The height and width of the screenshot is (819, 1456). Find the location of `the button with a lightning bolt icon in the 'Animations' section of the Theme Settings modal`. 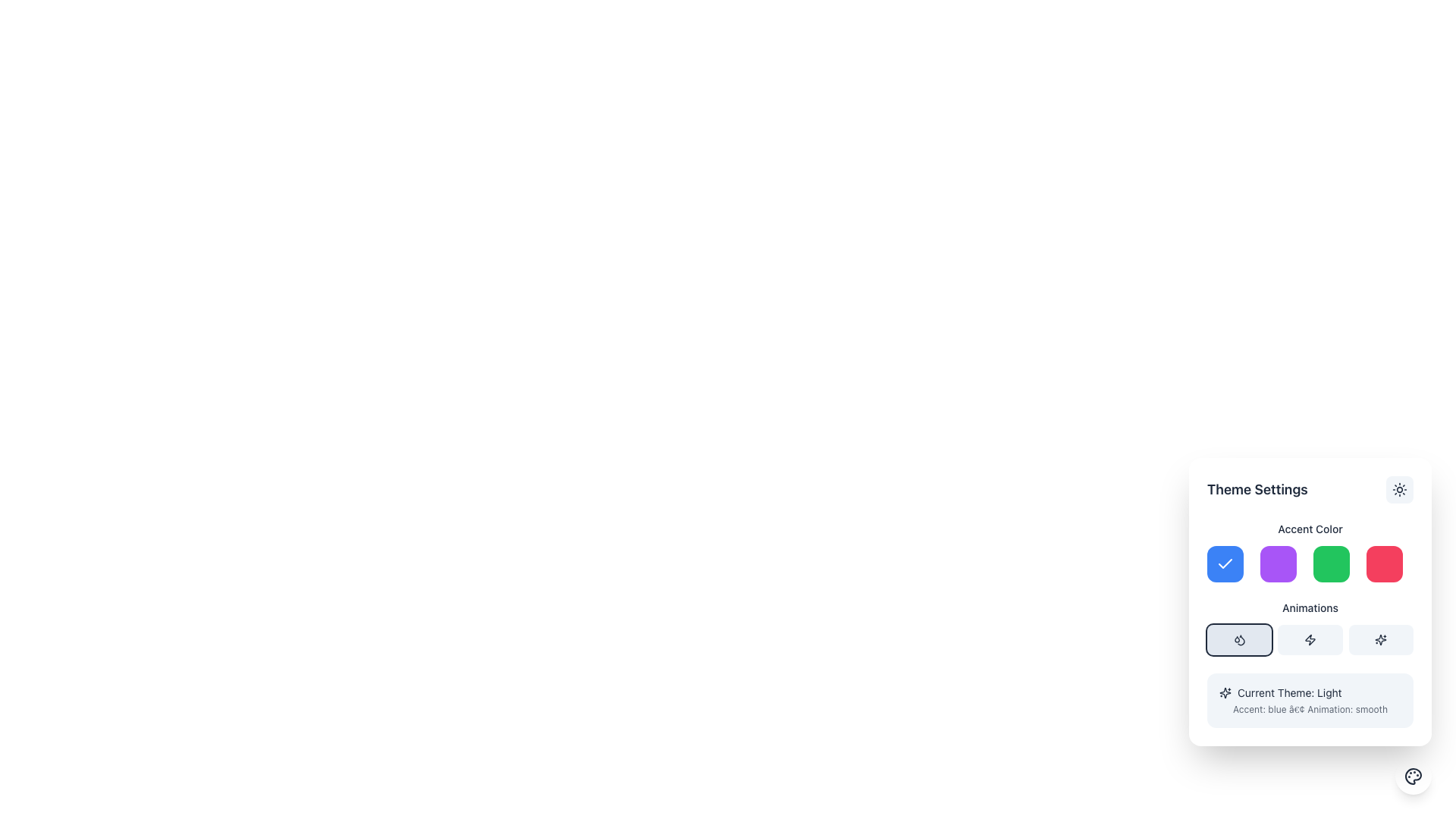

the button with a lightning bolt icon in the 'Animations' section of the Theme Settings modal is located at coordinates (1310, 640).